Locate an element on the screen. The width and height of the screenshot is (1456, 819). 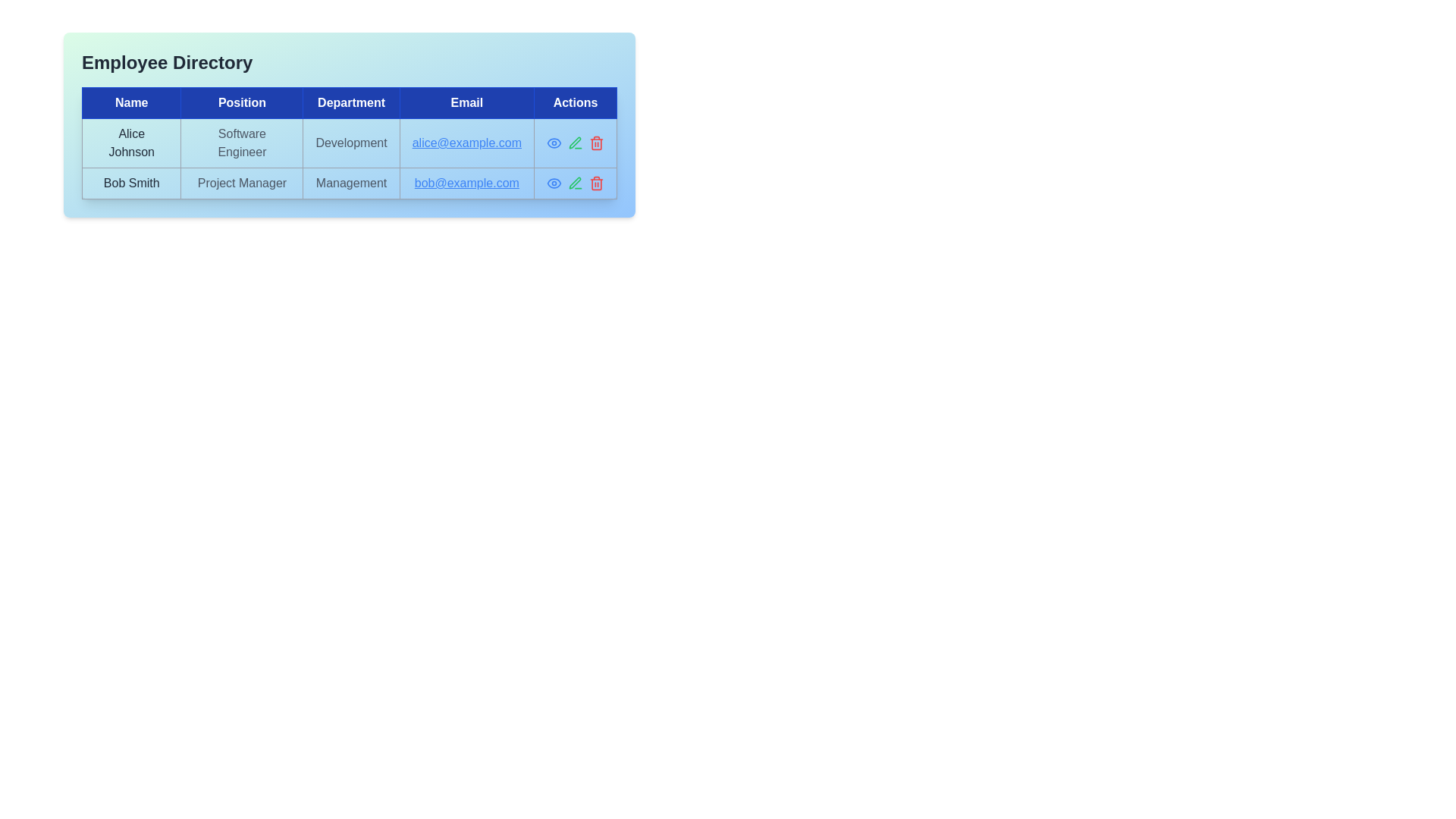
the small green pen-shaped icon located in the 'Actions' column of the second row of the table is located at coordinates (574, 143).